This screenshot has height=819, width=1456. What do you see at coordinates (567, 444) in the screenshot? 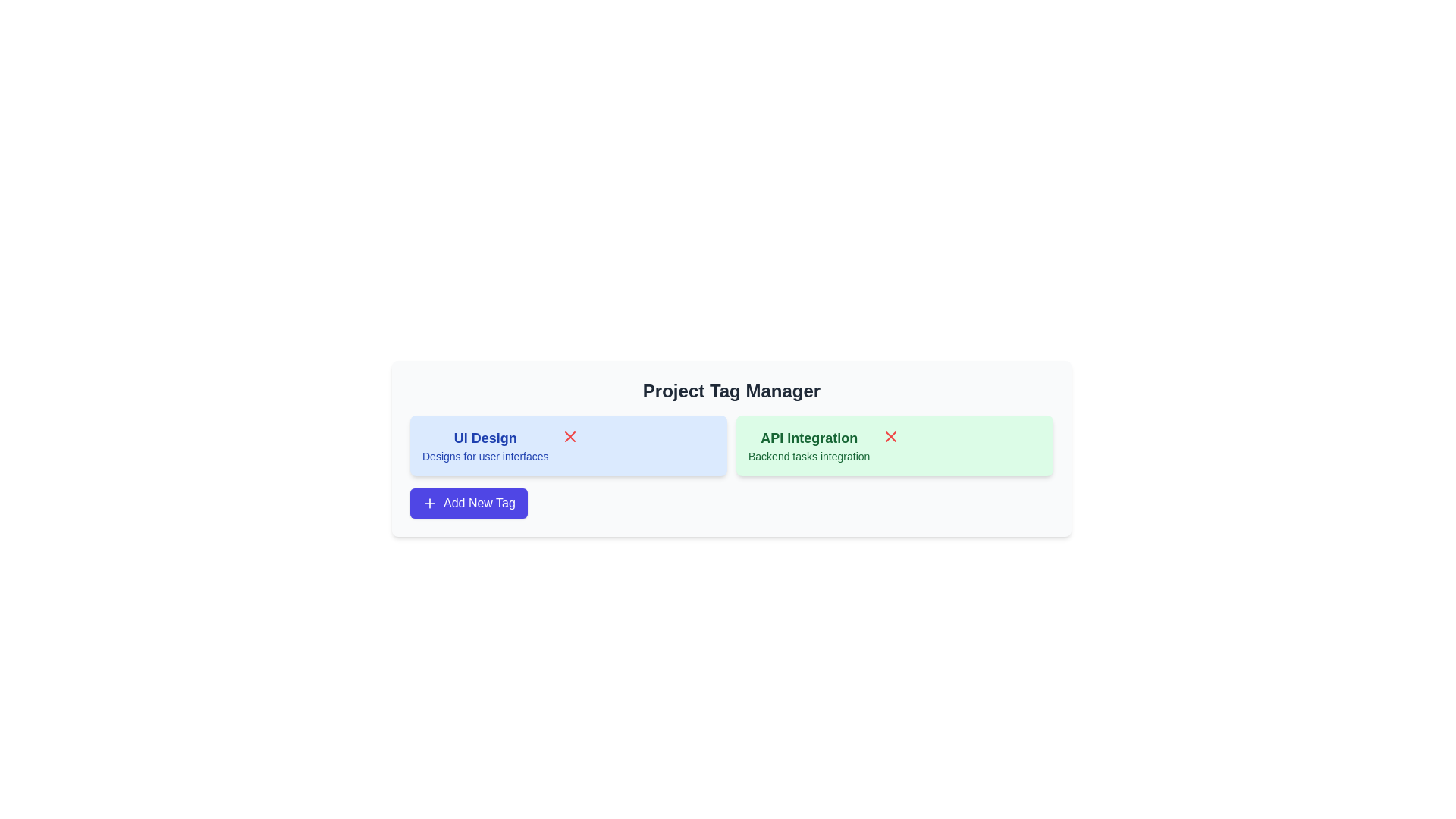
I see `the light blue card containing the text 'UI Design' and the red 'X' icon, which is the first card in a grid layout` at bounding box center [567, 444].